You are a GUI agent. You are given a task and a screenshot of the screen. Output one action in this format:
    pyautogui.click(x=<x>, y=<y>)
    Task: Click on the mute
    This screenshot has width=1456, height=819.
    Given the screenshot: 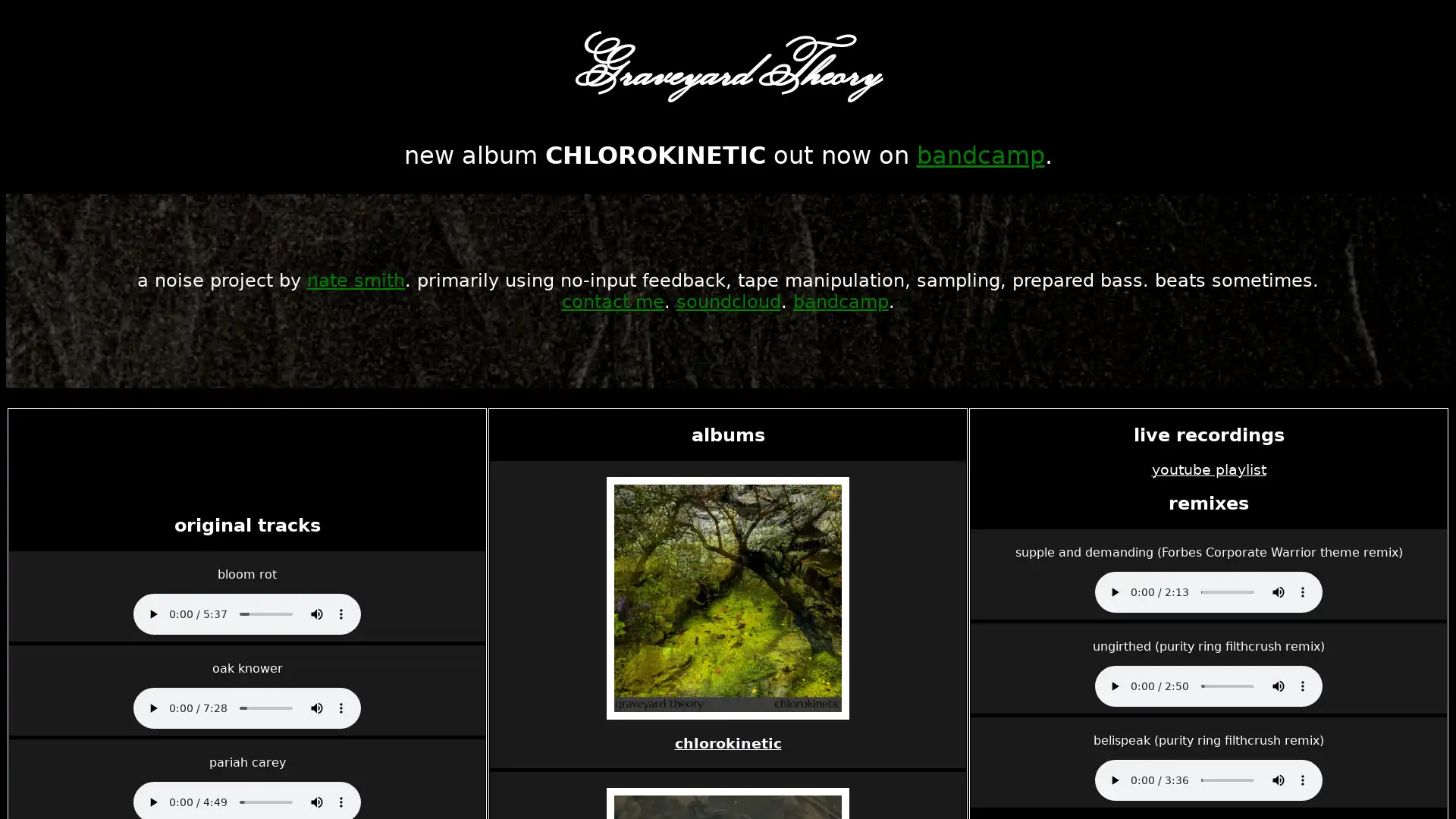 What is the action you would take?
    pyautogui.click(x=315, y=708)
    